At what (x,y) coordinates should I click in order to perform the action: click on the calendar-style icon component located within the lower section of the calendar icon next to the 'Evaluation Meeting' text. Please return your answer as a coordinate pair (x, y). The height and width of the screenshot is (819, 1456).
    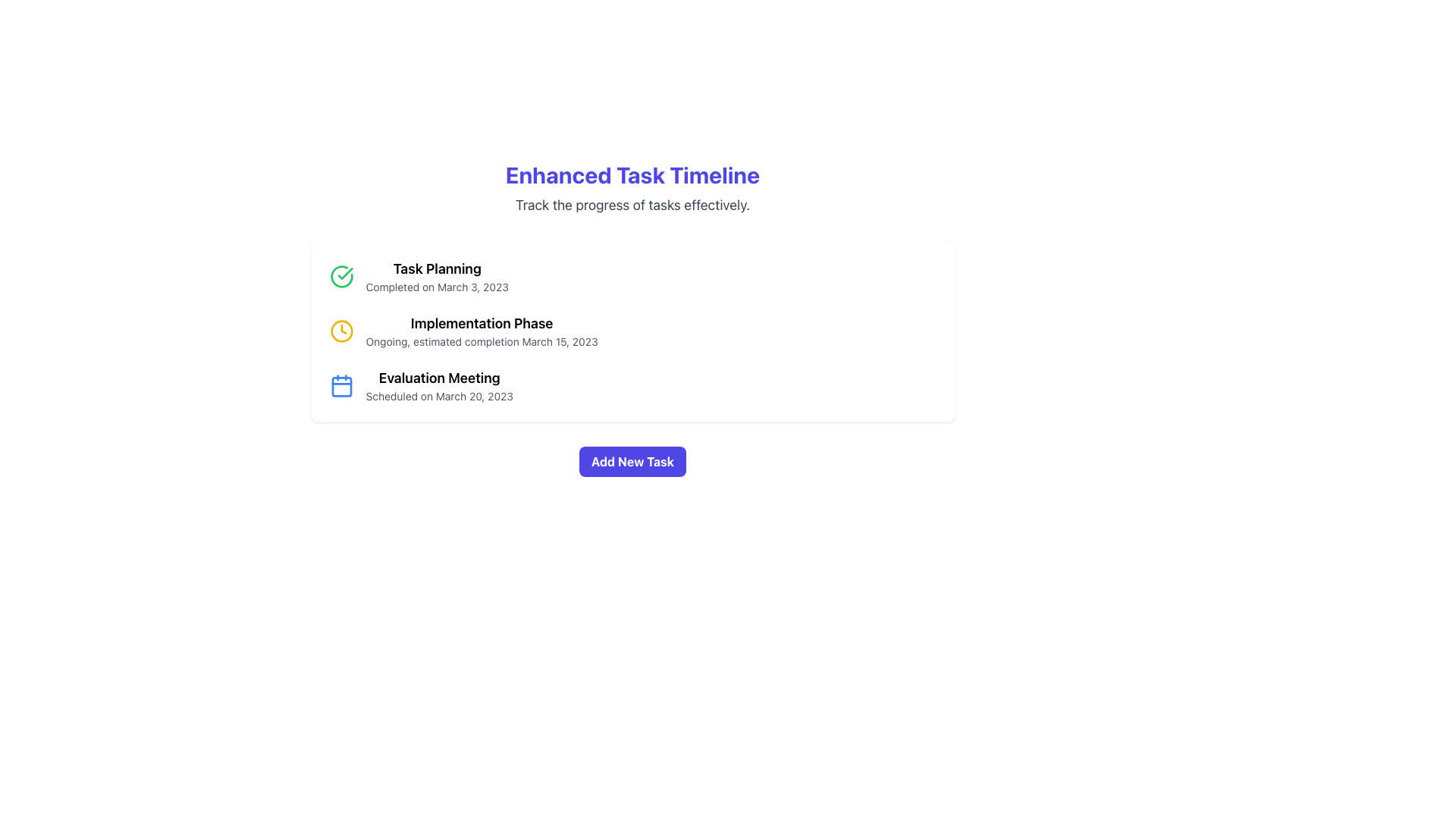
    Looking at the image, I should click on (340, 386).